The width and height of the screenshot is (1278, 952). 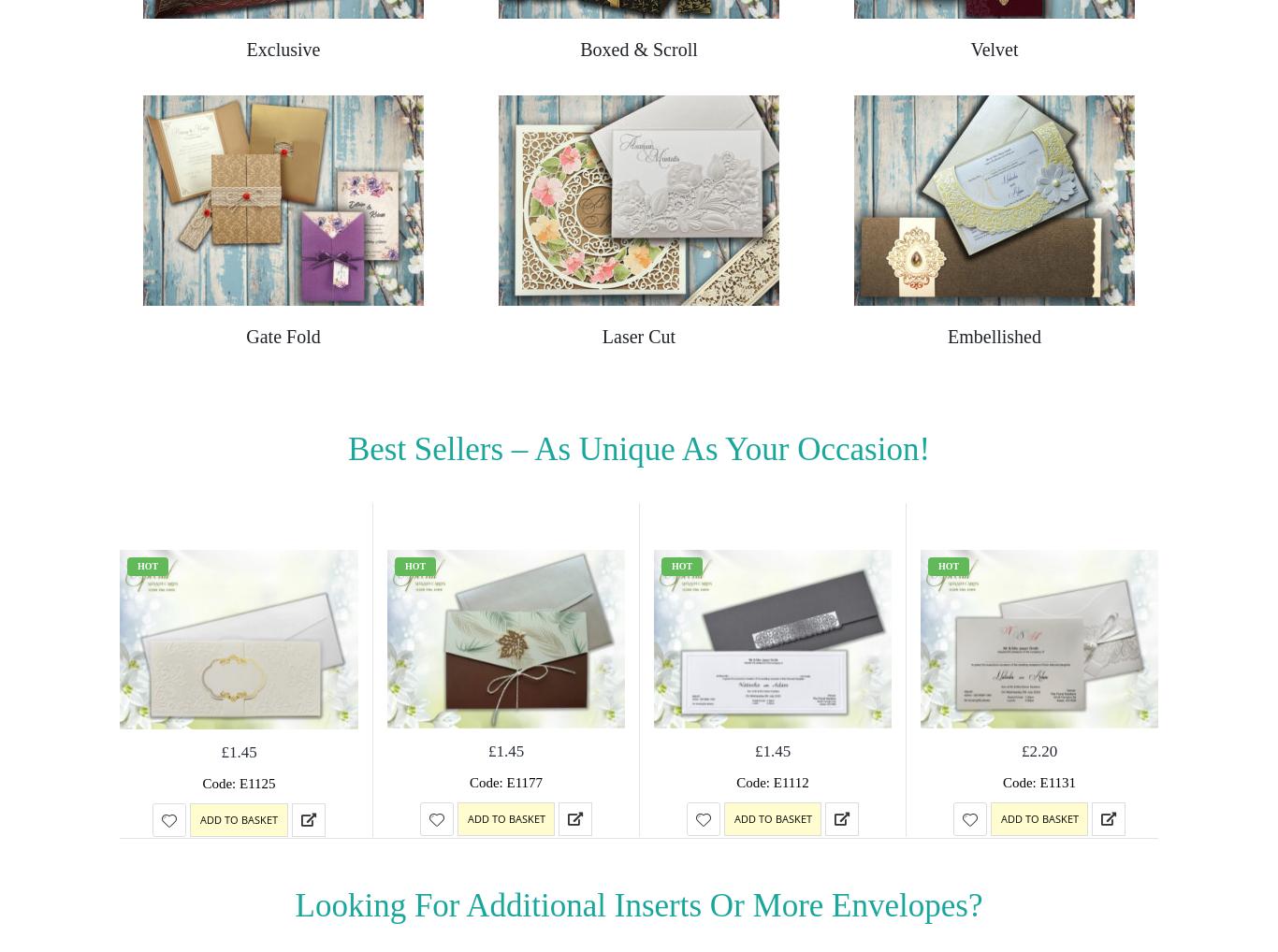 I want to click on 'Looking for additional inserts or more envelopes?', so click(x=637, y=903).